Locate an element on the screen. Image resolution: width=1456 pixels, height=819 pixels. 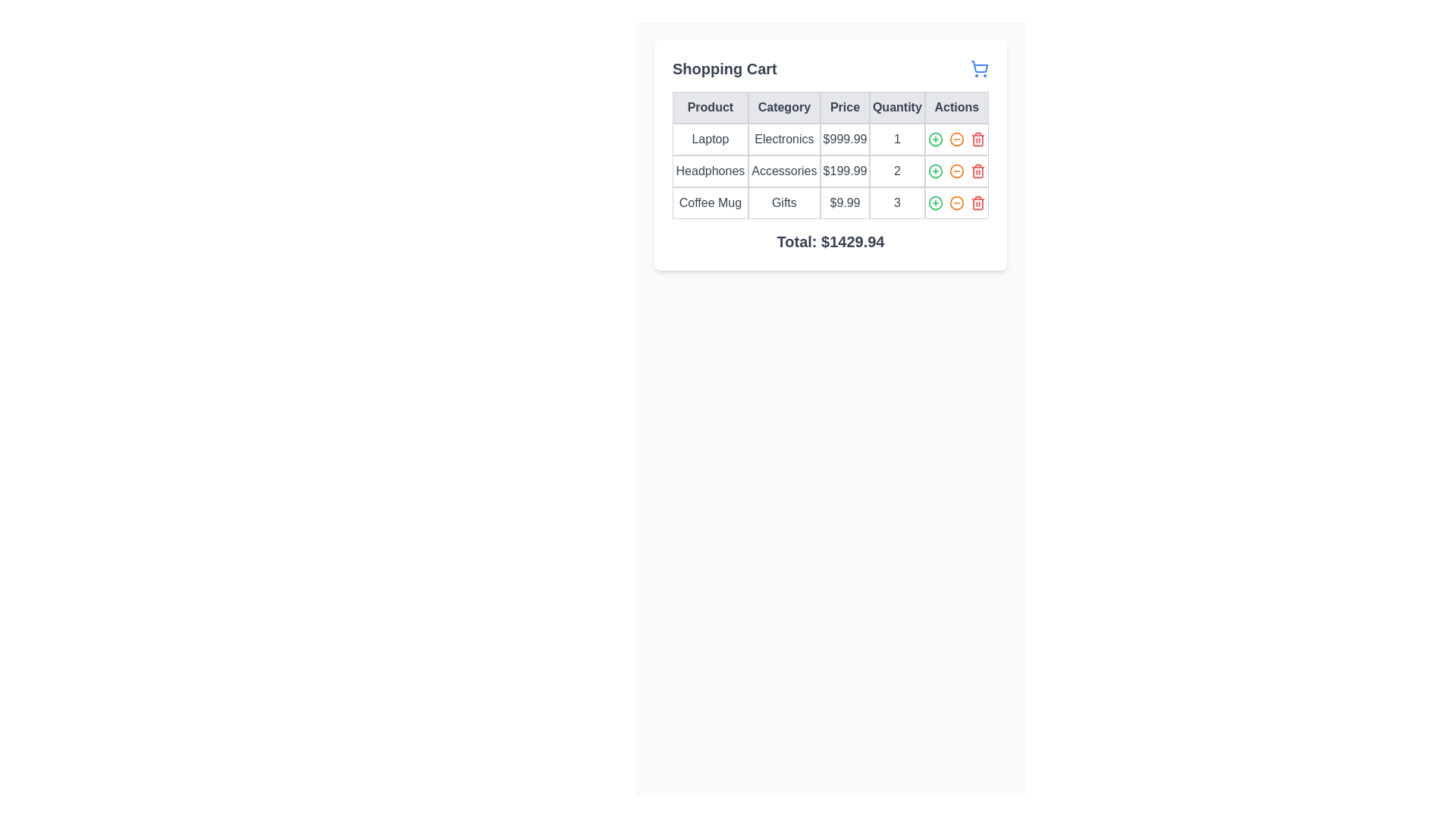
the Table Header Cell containing the text 'Product', which is styled with a light gray border and positioned at the top-left of the table, to the left of 'Category' is located at coordinates (709, 107).